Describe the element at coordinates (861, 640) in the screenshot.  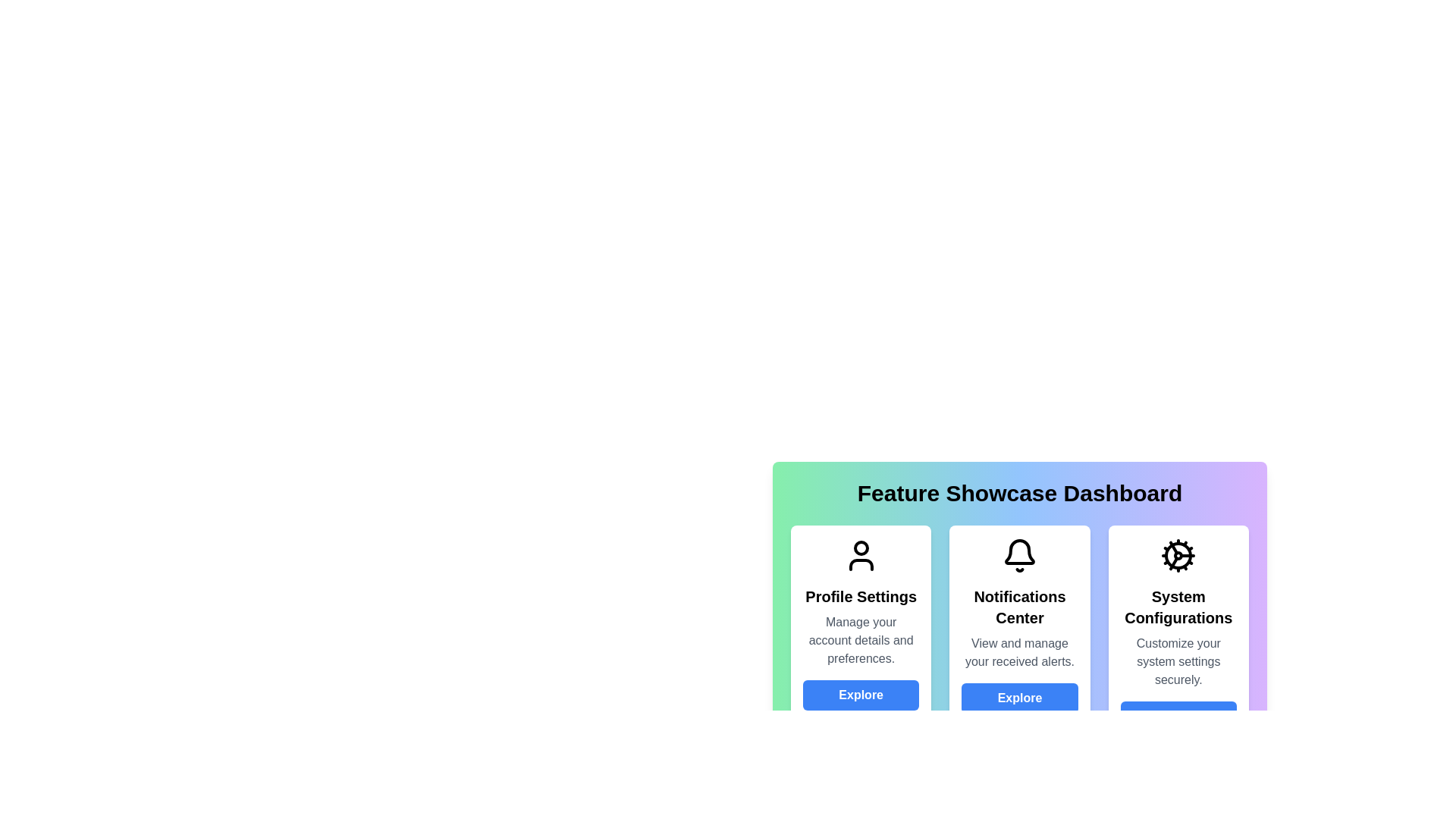
I see `the static text providing a brief description in the 'Profile Settings' section, located below the title 'Profile Settings' and above the 'Explore' button` at that location.